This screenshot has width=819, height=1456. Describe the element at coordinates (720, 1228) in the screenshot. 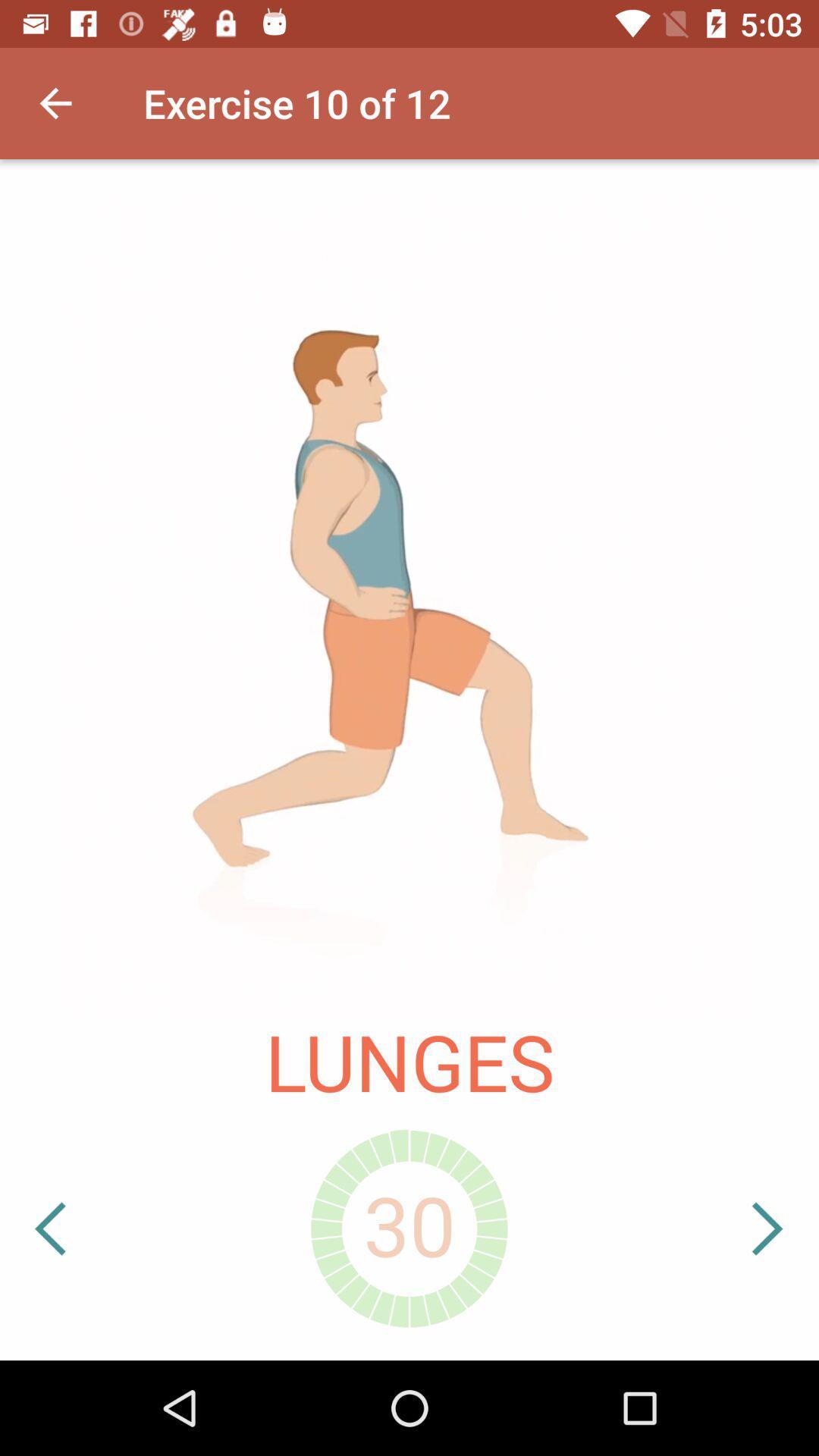

I see `the icon below the lunges` at that location.